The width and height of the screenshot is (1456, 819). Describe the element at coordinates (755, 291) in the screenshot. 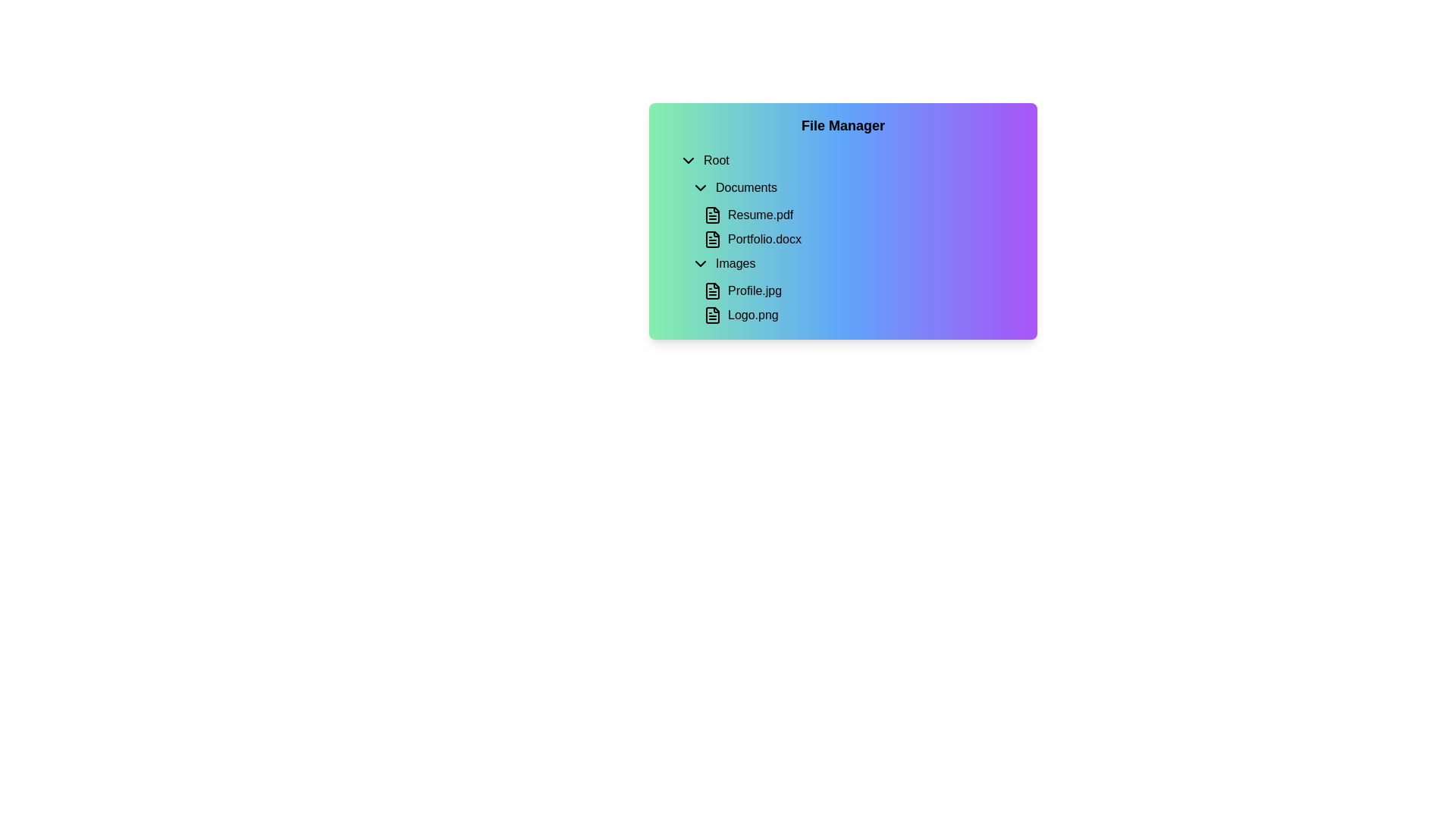

I see `the text label displaying the file name 'Profile.jpg' within the 'Images' folder of the file management interface` at that location.